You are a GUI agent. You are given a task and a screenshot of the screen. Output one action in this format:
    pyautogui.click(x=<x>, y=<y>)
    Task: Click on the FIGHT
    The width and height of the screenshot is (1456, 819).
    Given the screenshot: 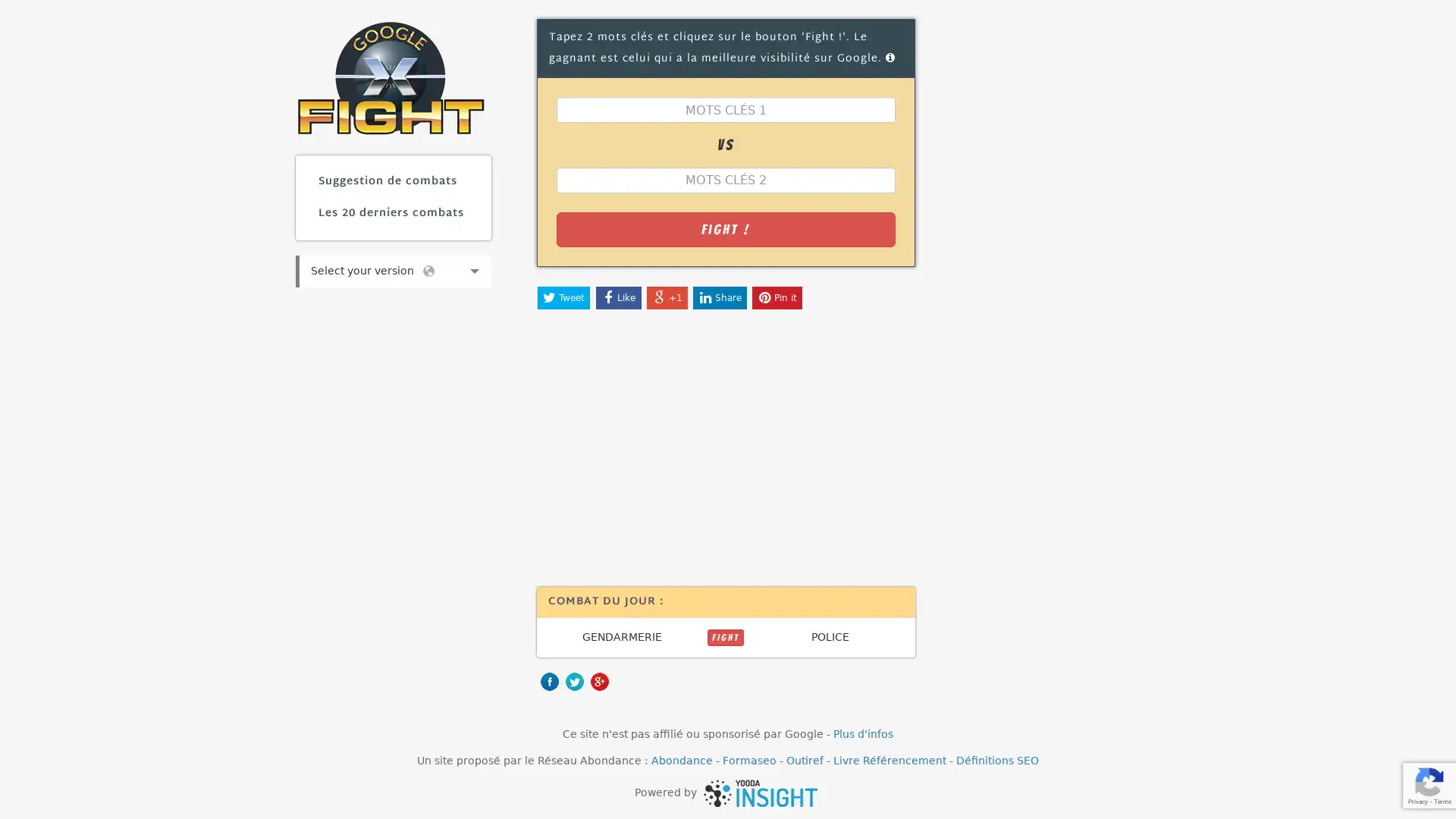 What is the action you would take?
    pyautogui.click(x=724, y=637)
    